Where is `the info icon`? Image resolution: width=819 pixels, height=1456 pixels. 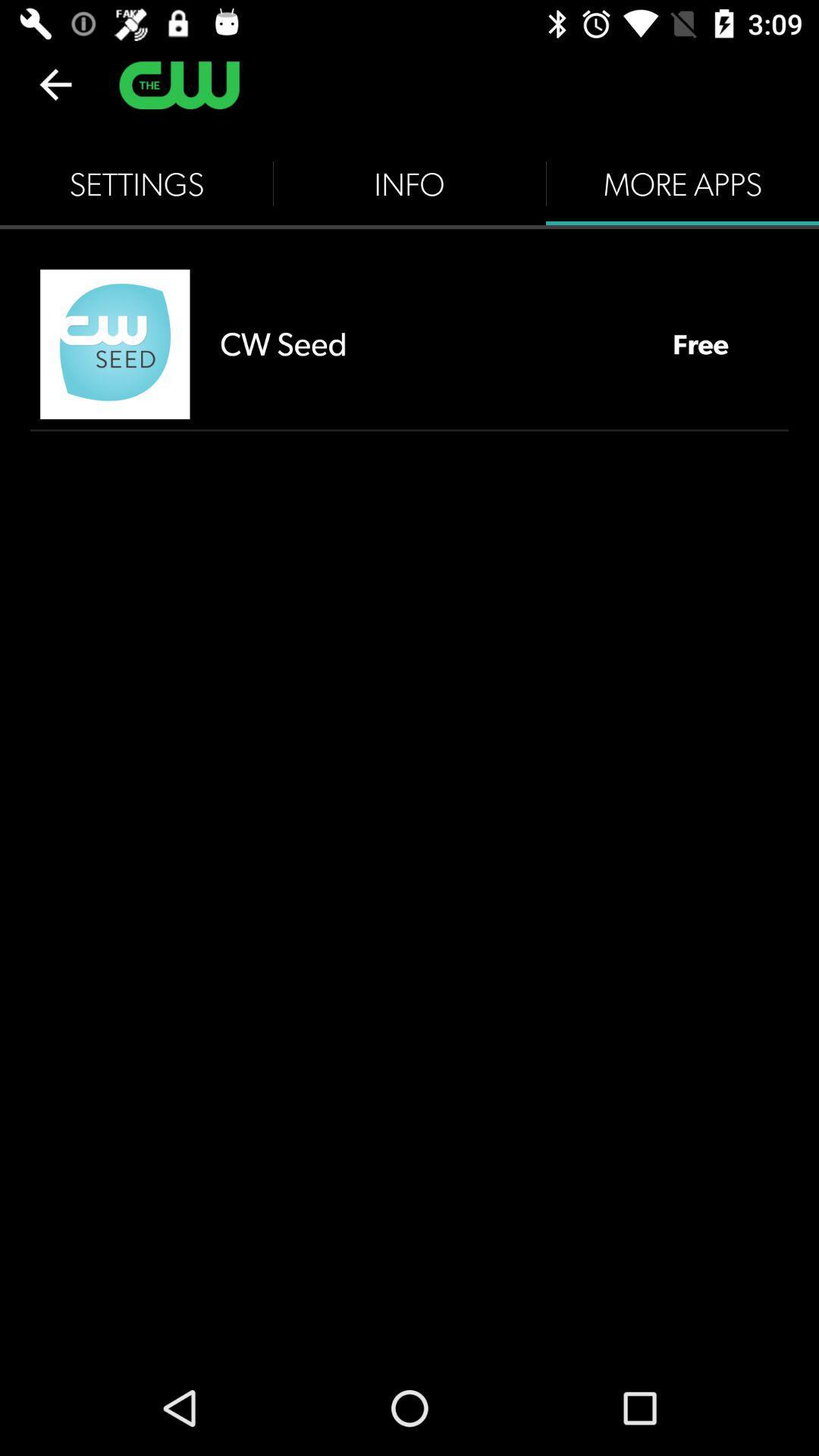
the info icon is located at coordinates (409, 184).